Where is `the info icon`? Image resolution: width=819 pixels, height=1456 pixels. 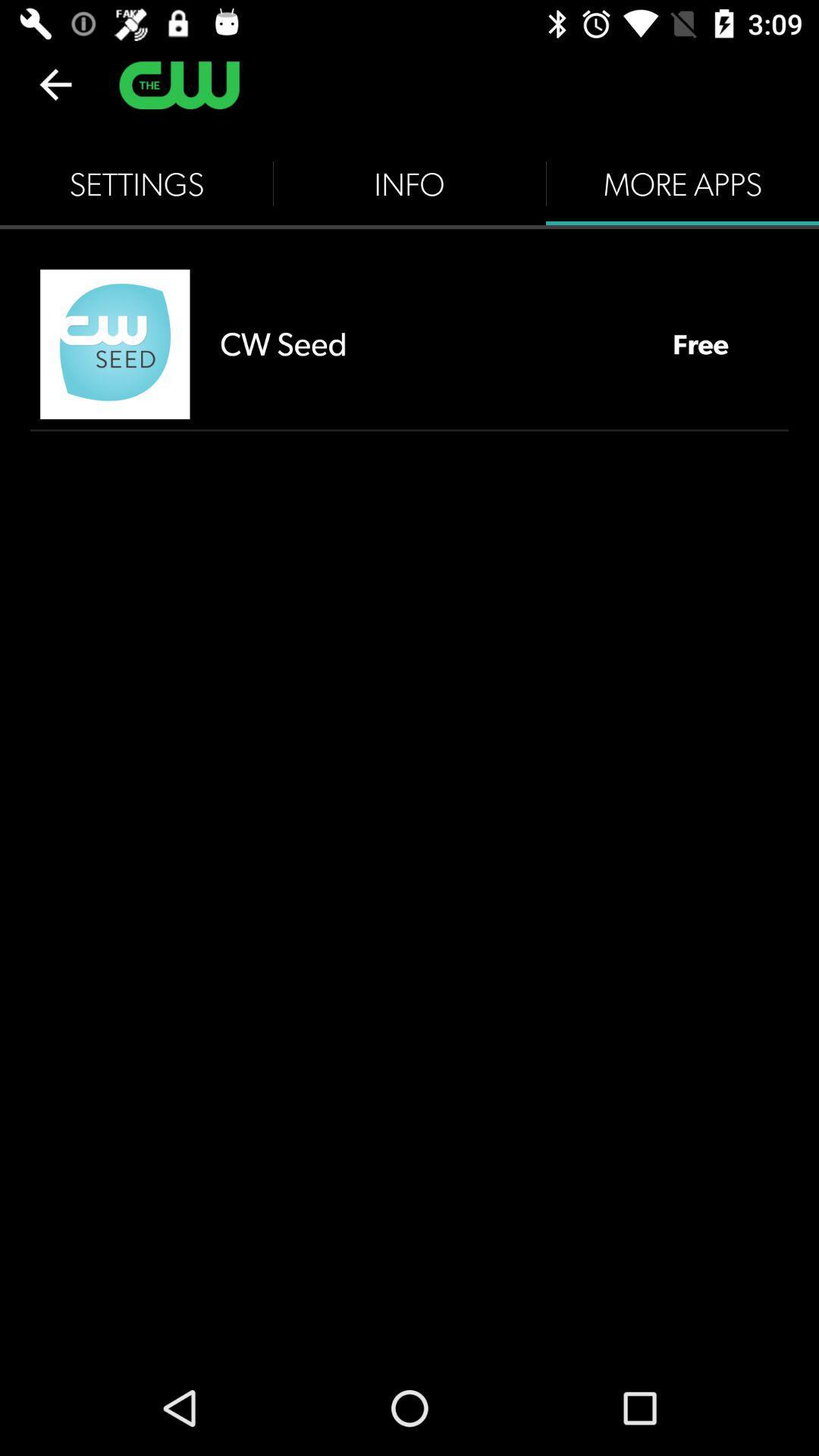
the info icon is located at coordinates (409, 184).